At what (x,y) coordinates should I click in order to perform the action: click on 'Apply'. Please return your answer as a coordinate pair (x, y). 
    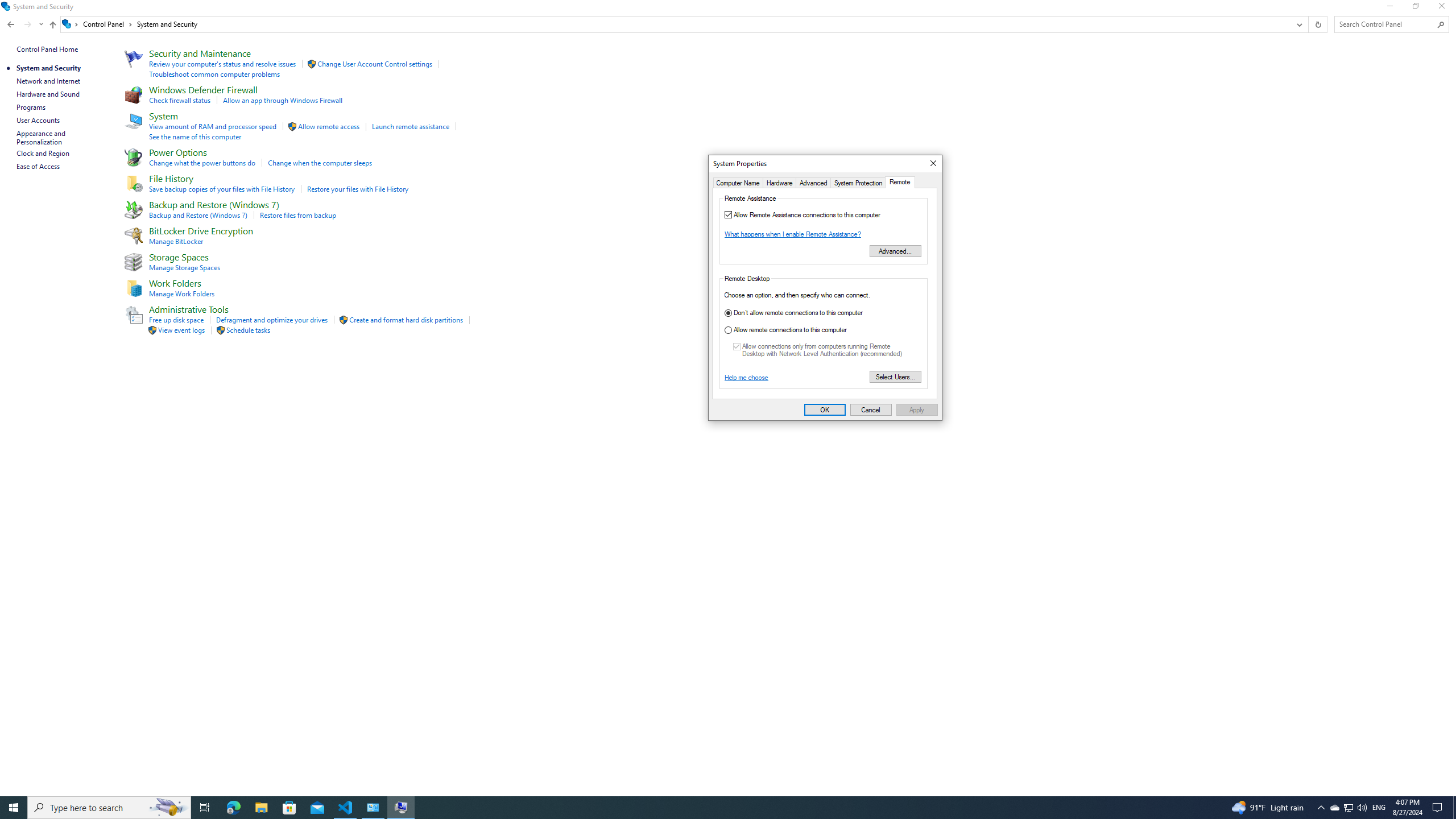
    Looking at the image, I should click on (916, 409).